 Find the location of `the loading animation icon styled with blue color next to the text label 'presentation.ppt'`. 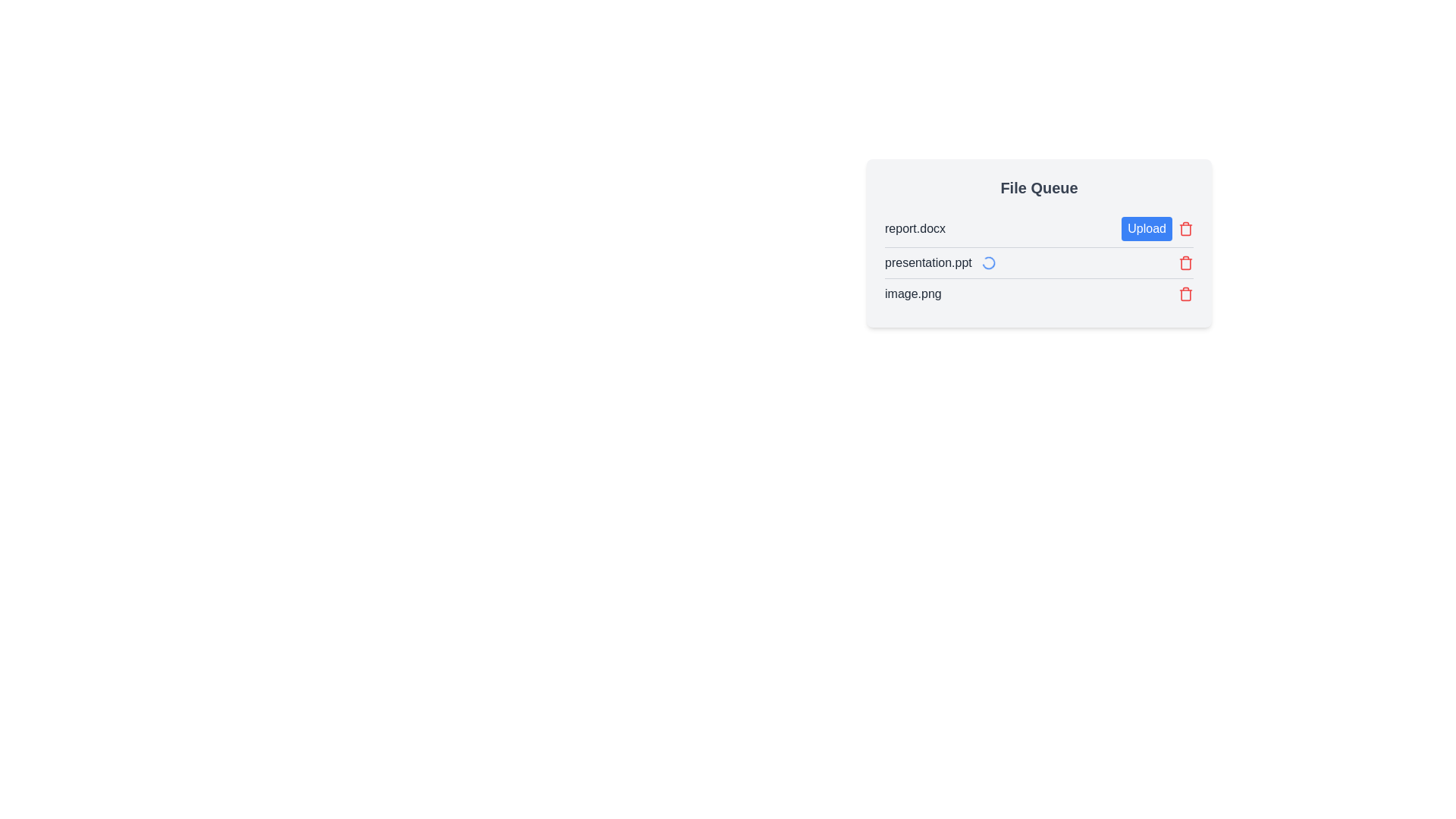

the loading animation icon styled with blue color next to the text label 'presentation.ppt' is located at coordinates (988, 262).